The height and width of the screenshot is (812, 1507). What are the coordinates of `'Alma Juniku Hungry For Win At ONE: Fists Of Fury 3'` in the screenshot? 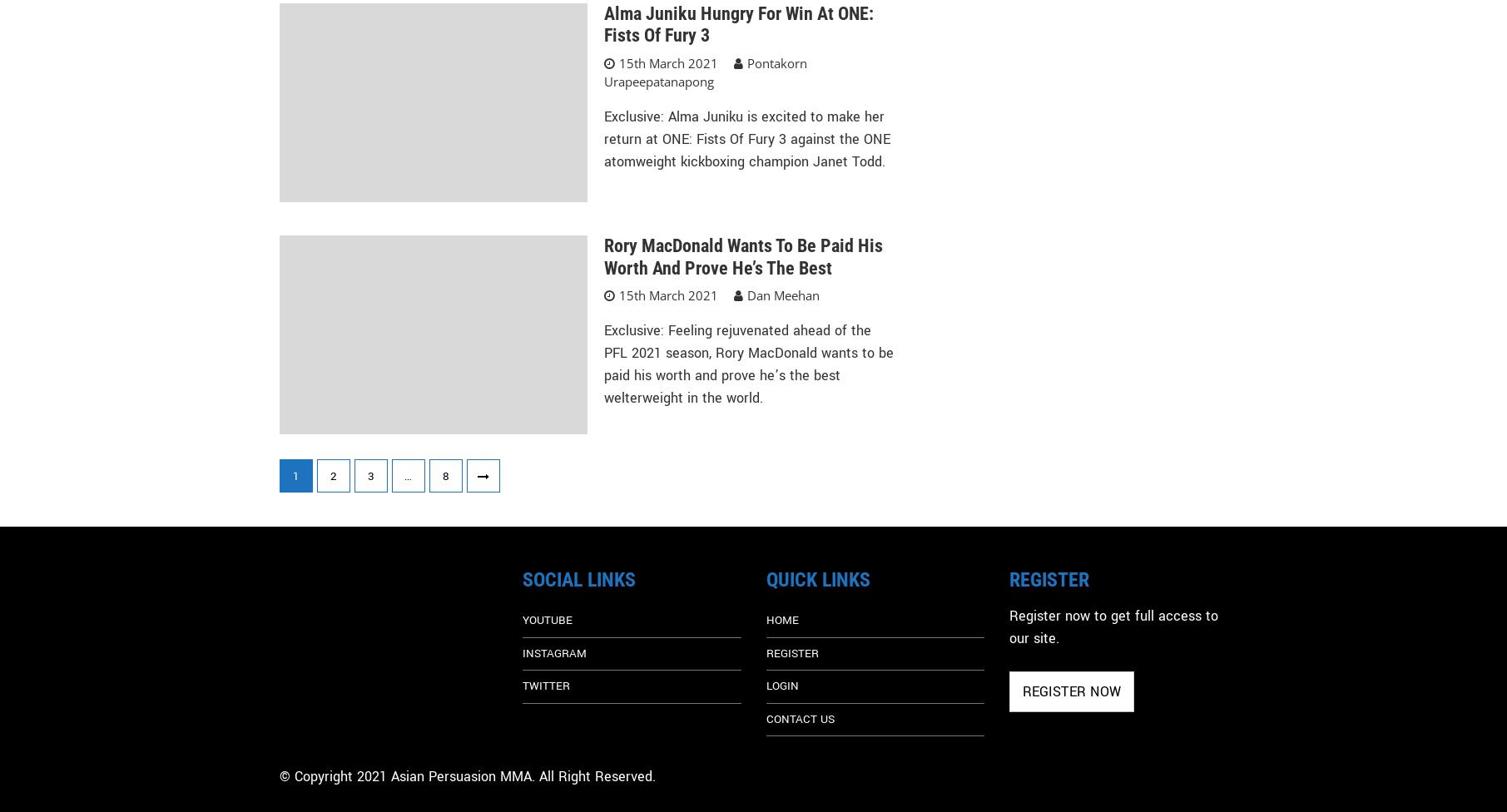 It's located at (738, 24).